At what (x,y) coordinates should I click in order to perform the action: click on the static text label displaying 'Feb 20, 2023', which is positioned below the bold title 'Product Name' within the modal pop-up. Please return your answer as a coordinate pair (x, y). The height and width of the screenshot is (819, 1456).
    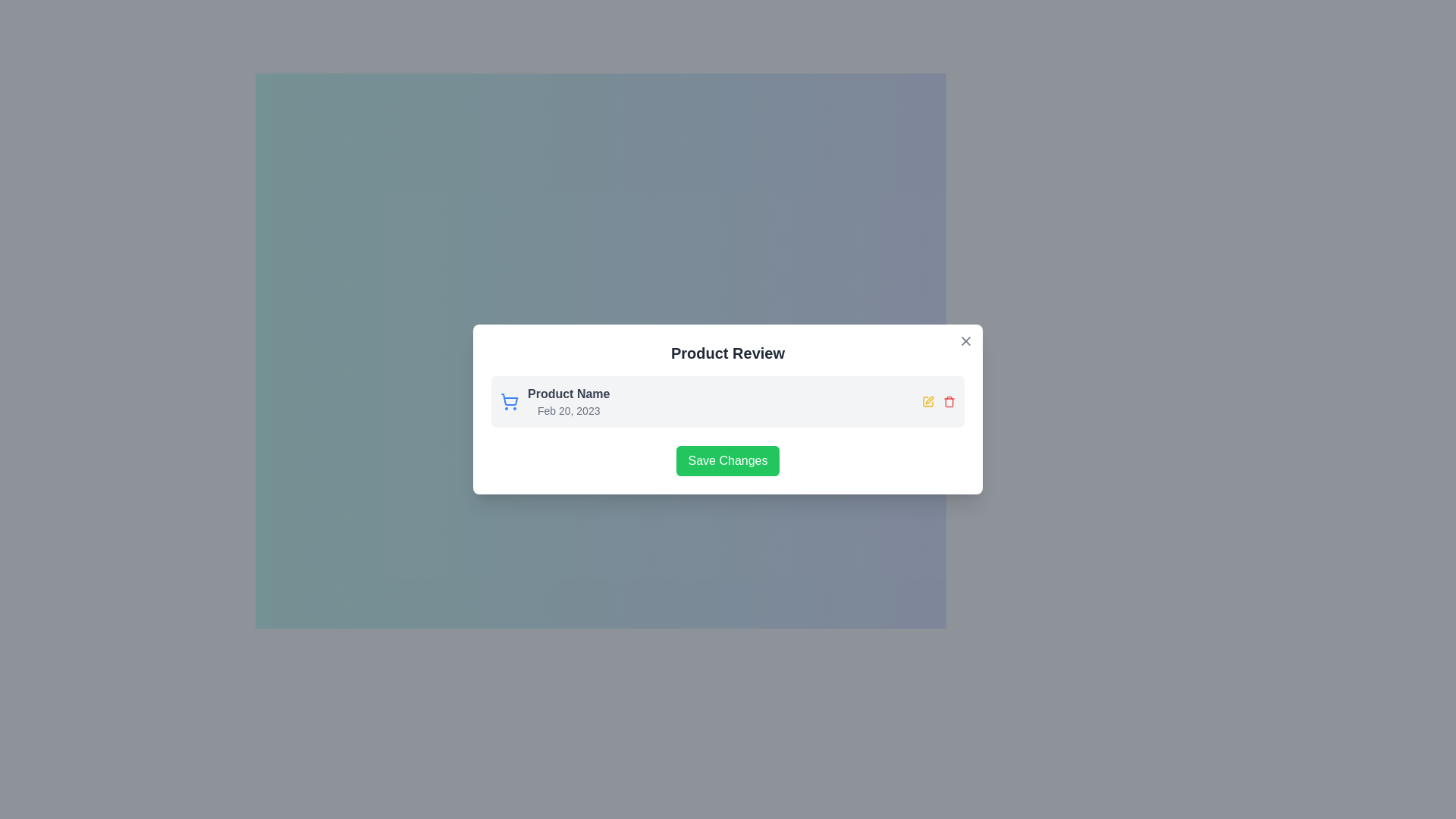
    Looking at the image, I should click on (568, 411).